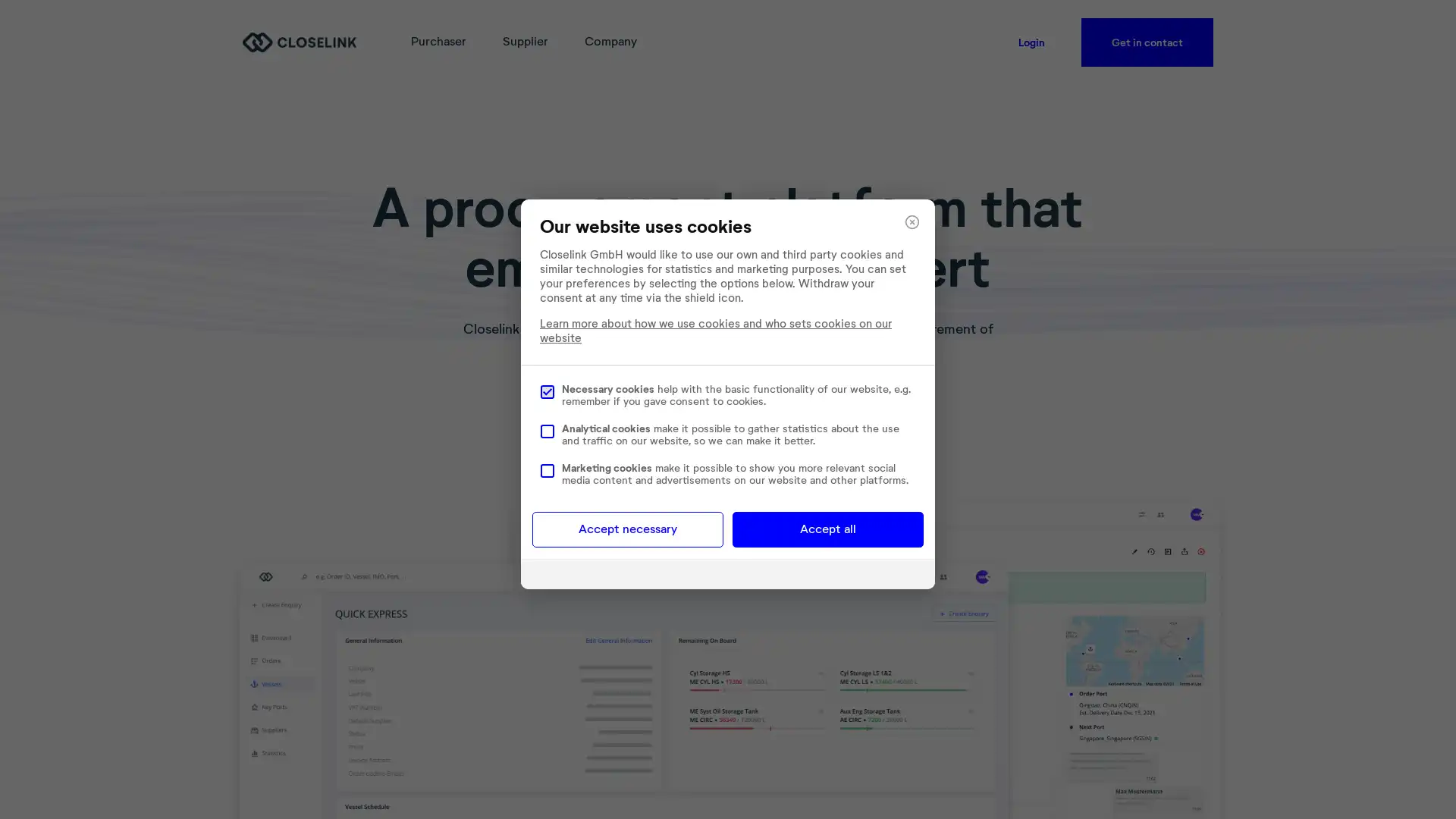 The height and width of the screenshot is (819, 1456). I want to click on Accept all, so click(827, 529).